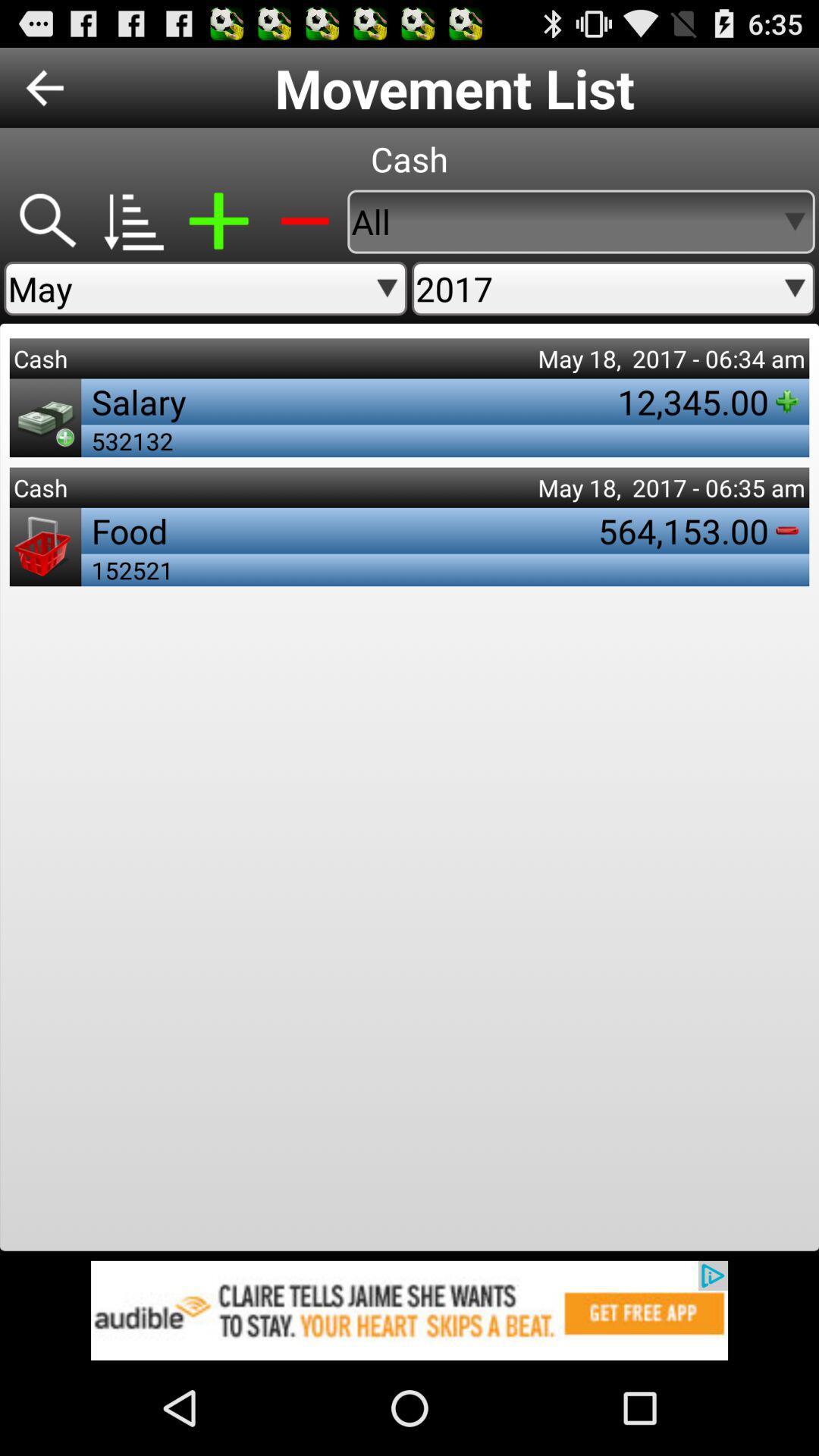  What do you see at coordinates (132, 221) in the screenshot?
I see `list and view options` at bounding box center [132, 221].